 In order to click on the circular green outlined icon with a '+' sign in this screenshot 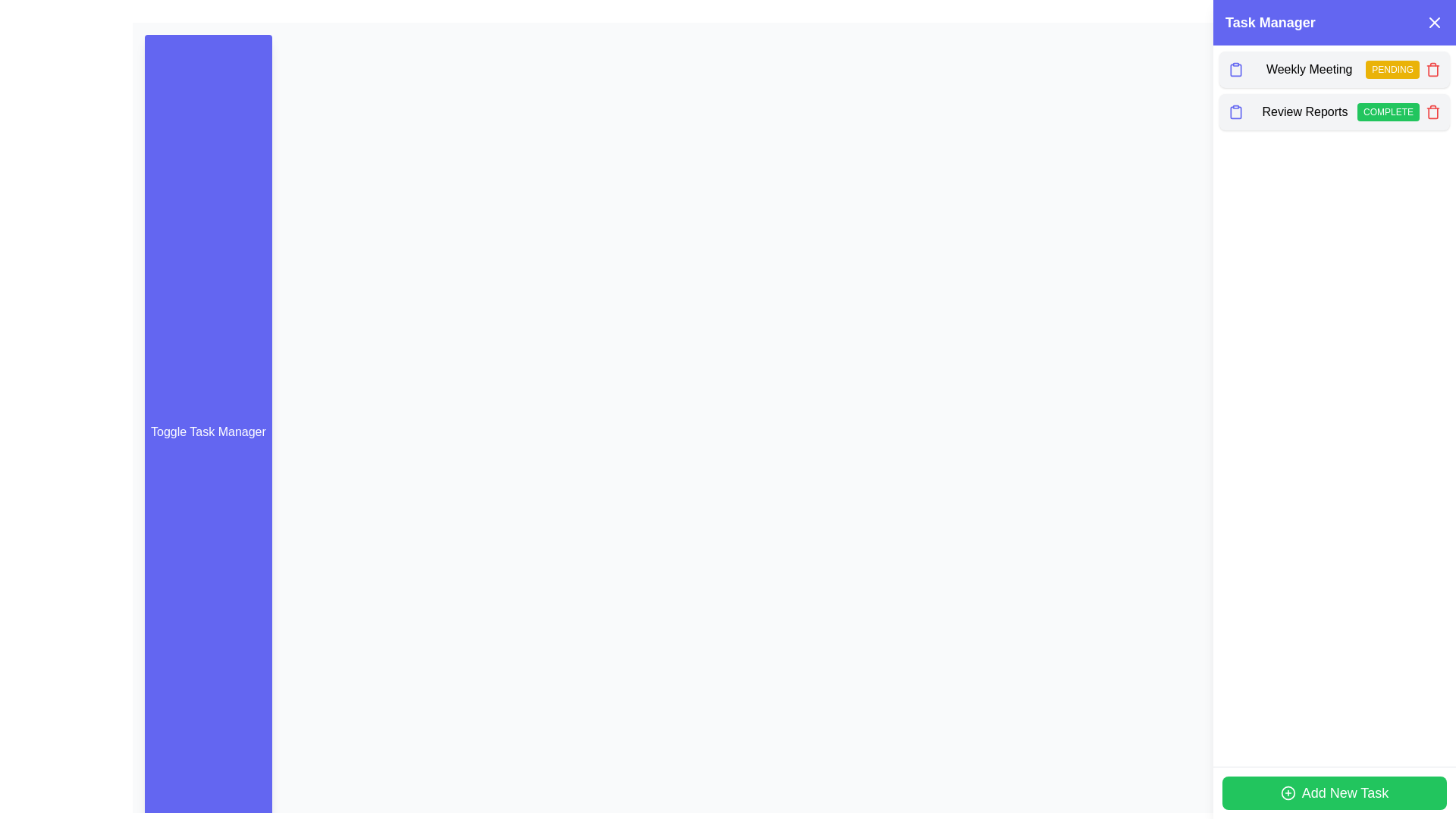, I will do `click(1287, 792)`.